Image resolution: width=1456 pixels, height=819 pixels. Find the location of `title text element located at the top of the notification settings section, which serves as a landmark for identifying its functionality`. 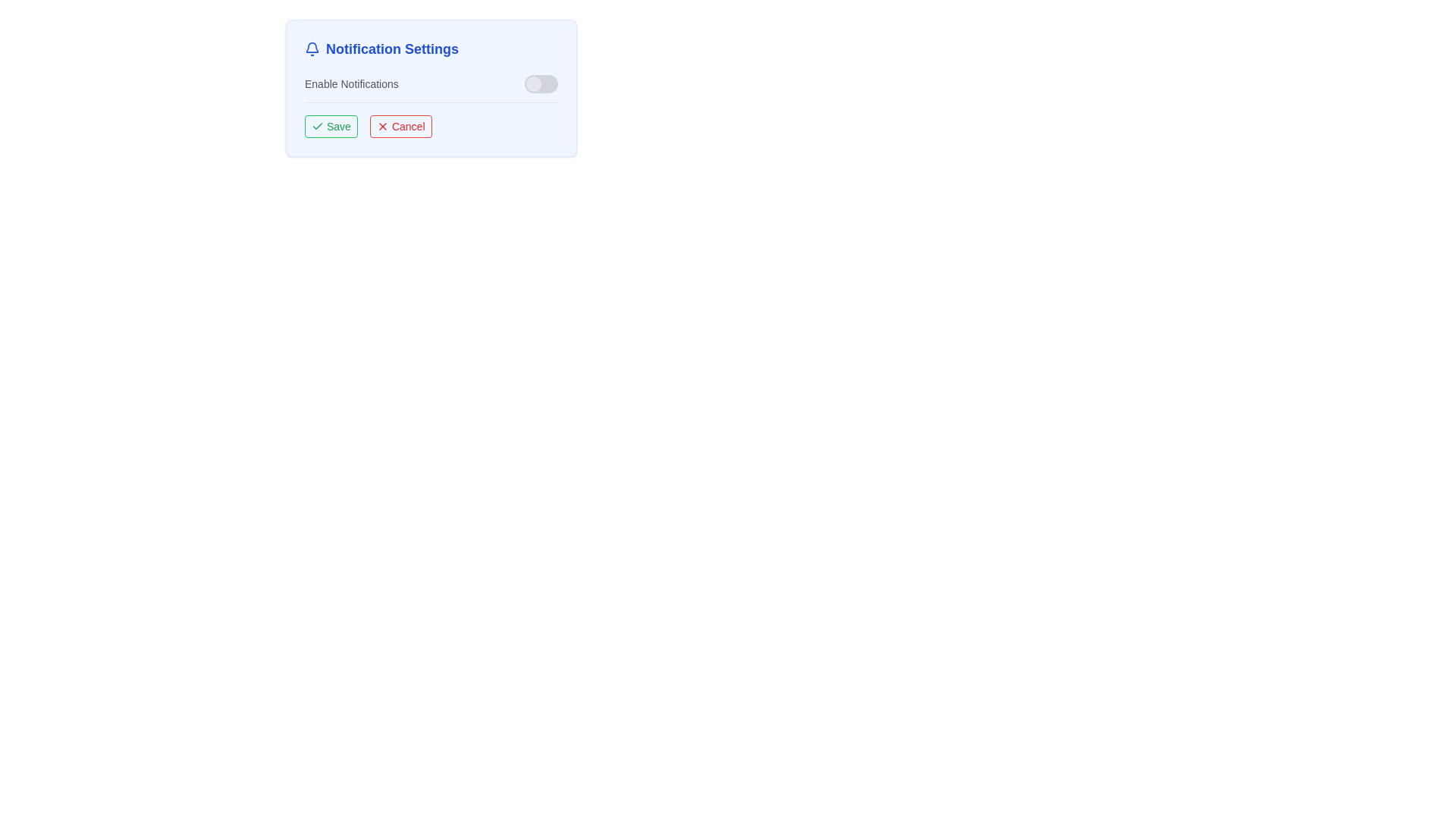

title text element located at the top of the notification settings section, which serves as a landmark for identifying its functionality is located at coordinates (431, 49).